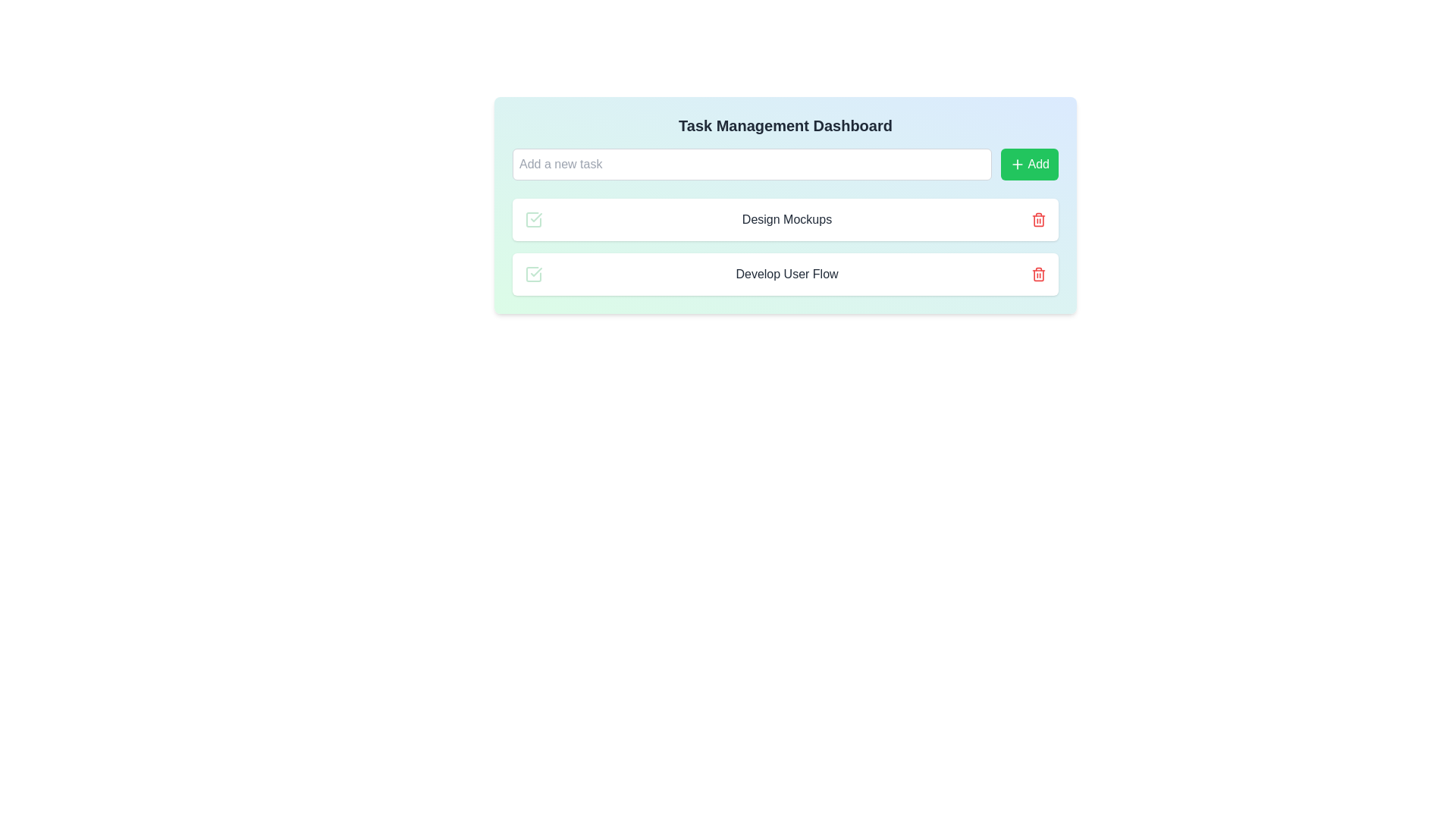 The height and width of the screenshot is (819, 1456). Describe the element at coordinates (786, 124) in the screenshot. I see `the 'Task Management Dashboard' header, which is prominently displayed at the top of the task management interface` at that location.